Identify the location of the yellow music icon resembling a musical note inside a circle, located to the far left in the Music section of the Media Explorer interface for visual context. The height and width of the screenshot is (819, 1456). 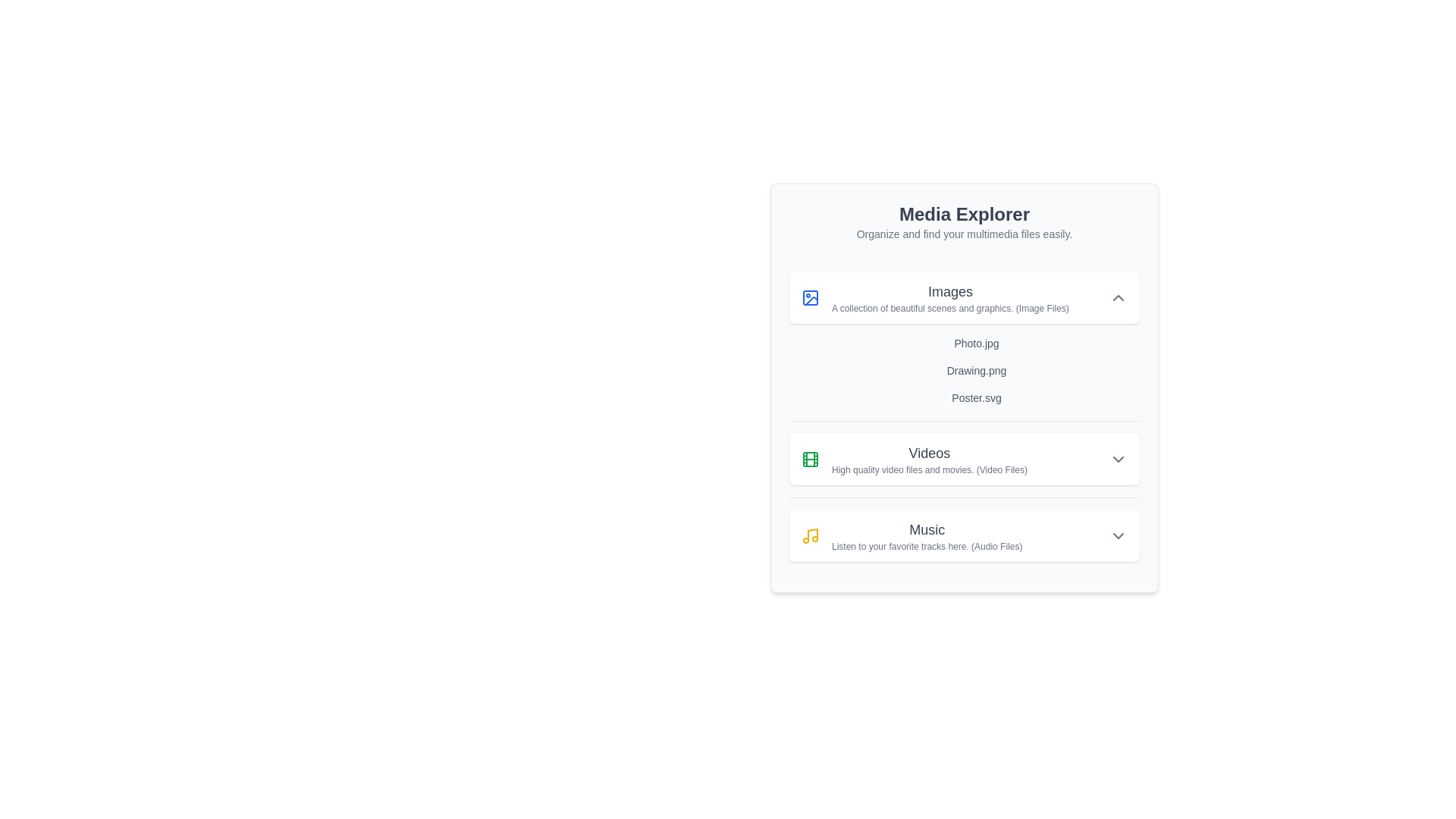
(810, 535).